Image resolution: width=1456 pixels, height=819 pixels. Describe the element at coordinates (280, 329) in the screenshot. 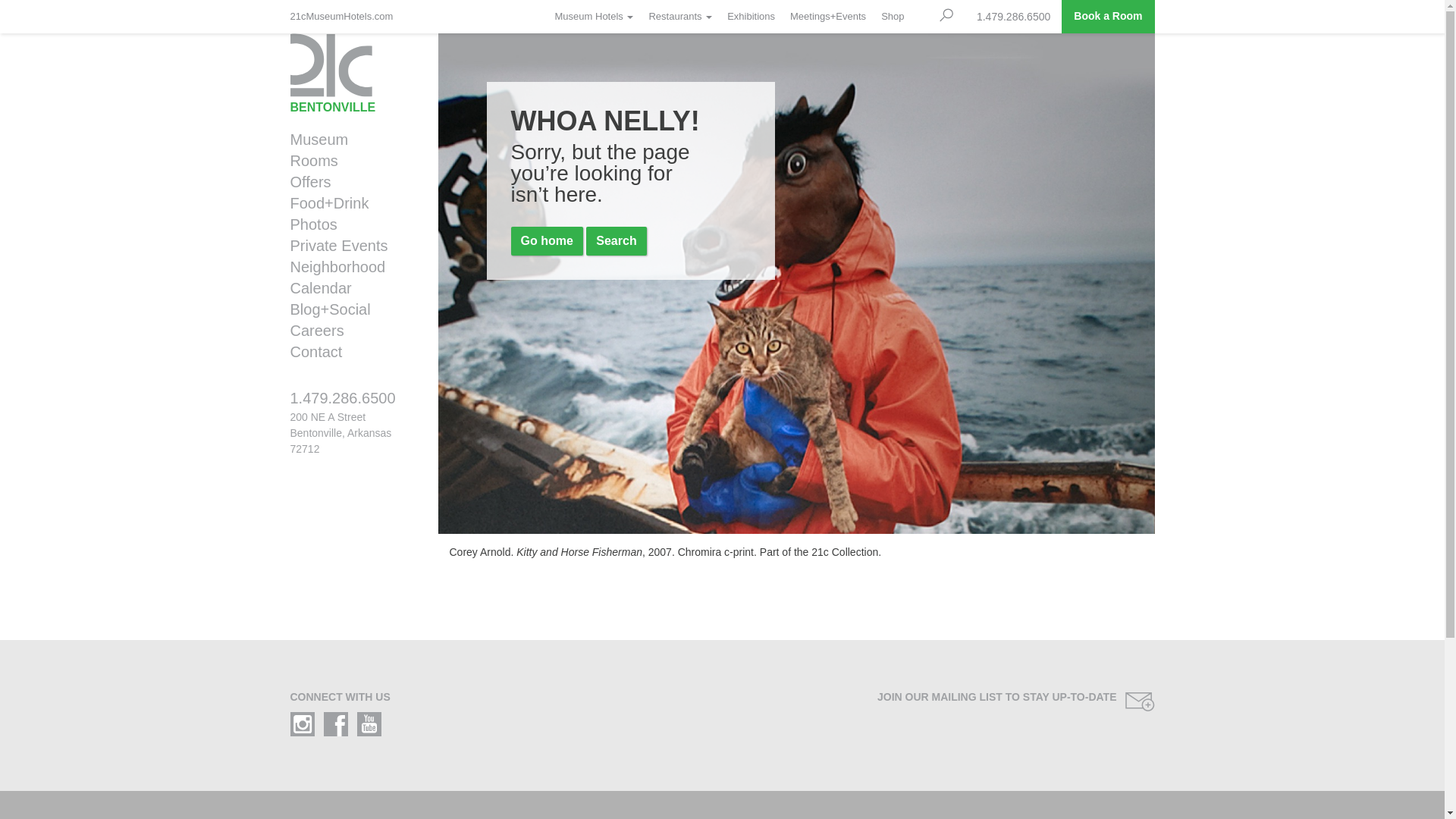

I see `'Careers'` at that location.